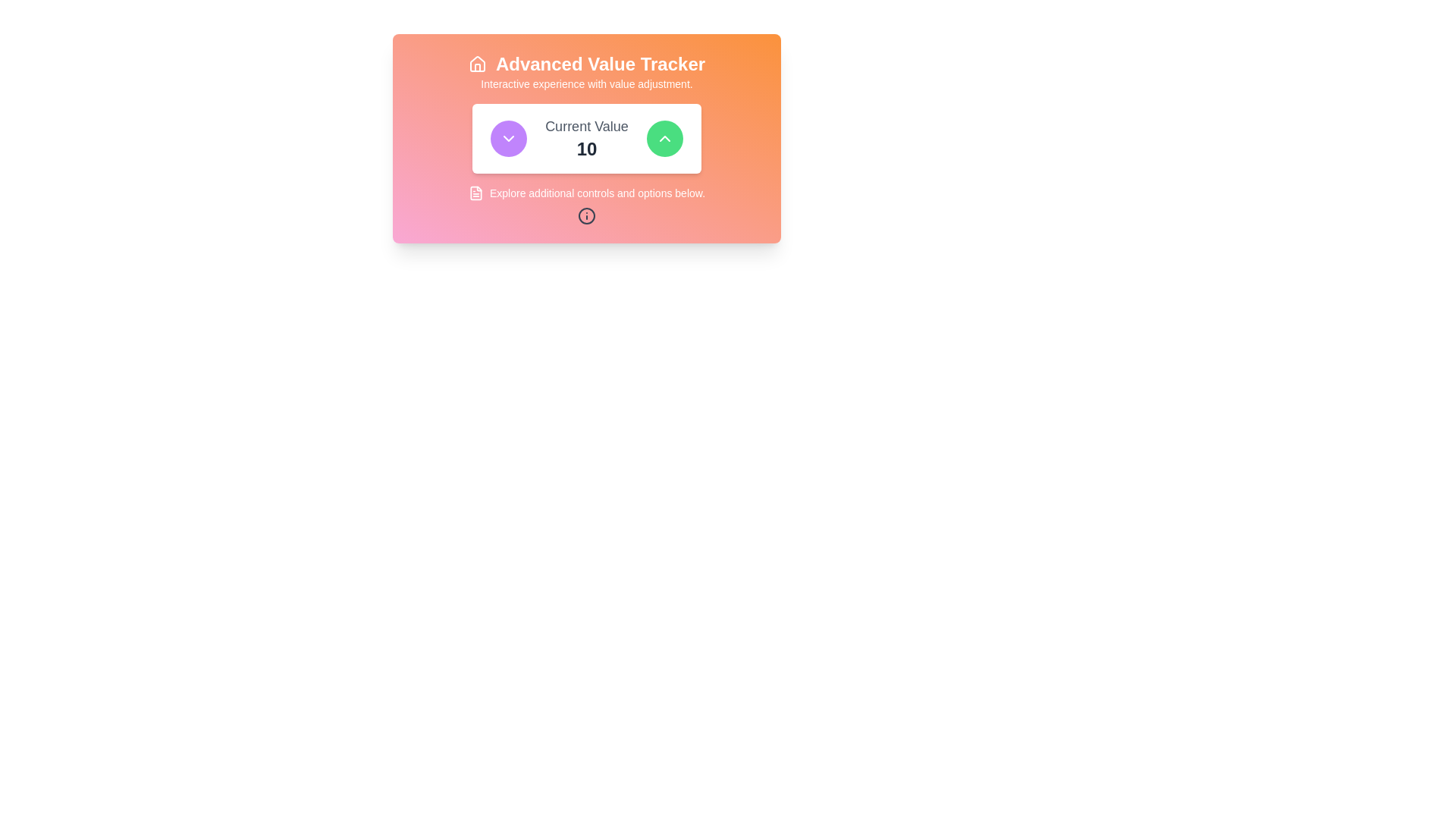 Image resolution: width=1456 pixels, height=819 pixels. Describe the element at coordinates (664, 138) in the screenshot. I see `the button with a chevron-up icon, which is a green rounded button located in the center-top of the display, next to the purple button and the text 'Current Value'` at that location.